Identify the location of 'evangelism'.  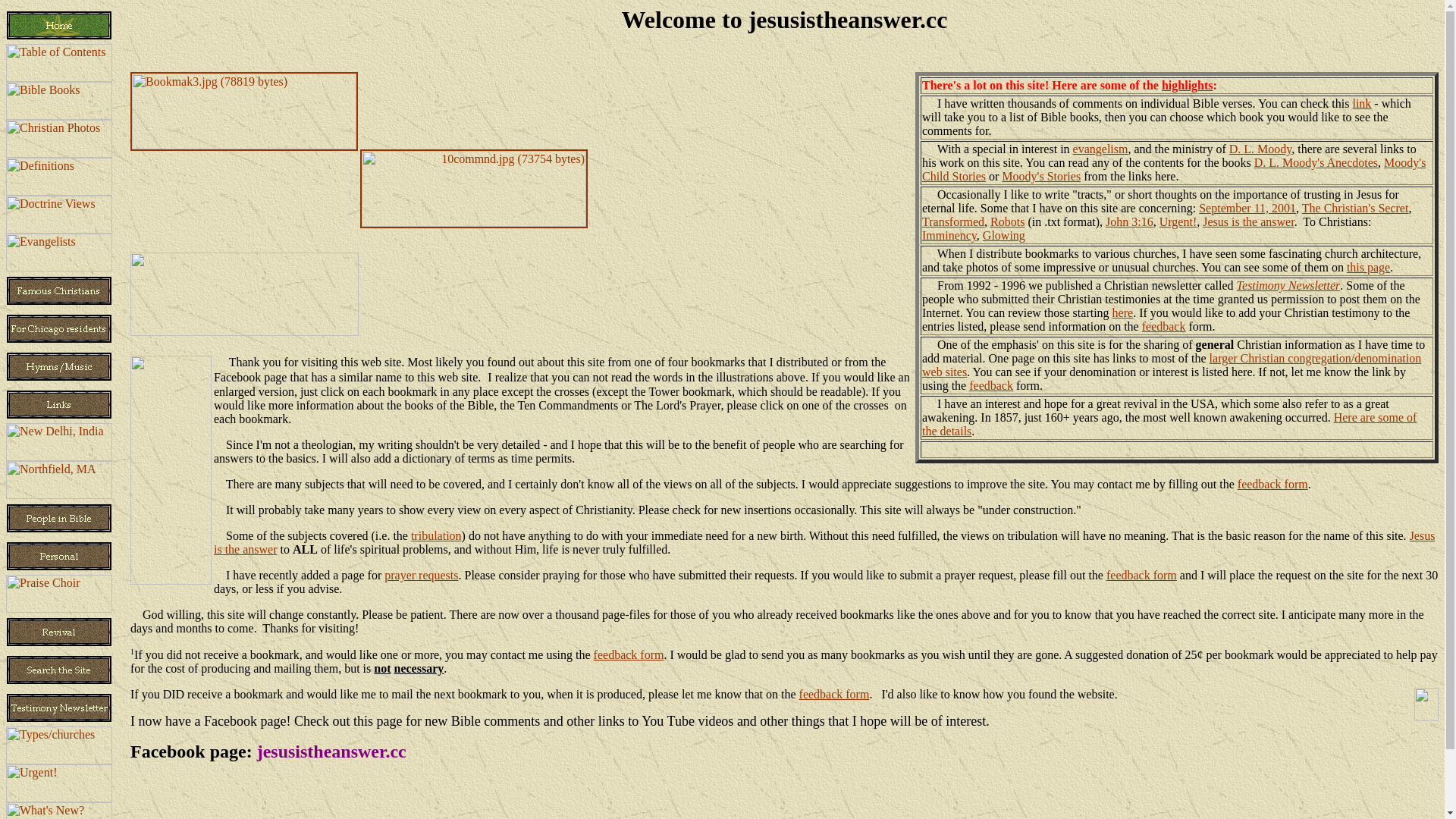
(1100, 149).